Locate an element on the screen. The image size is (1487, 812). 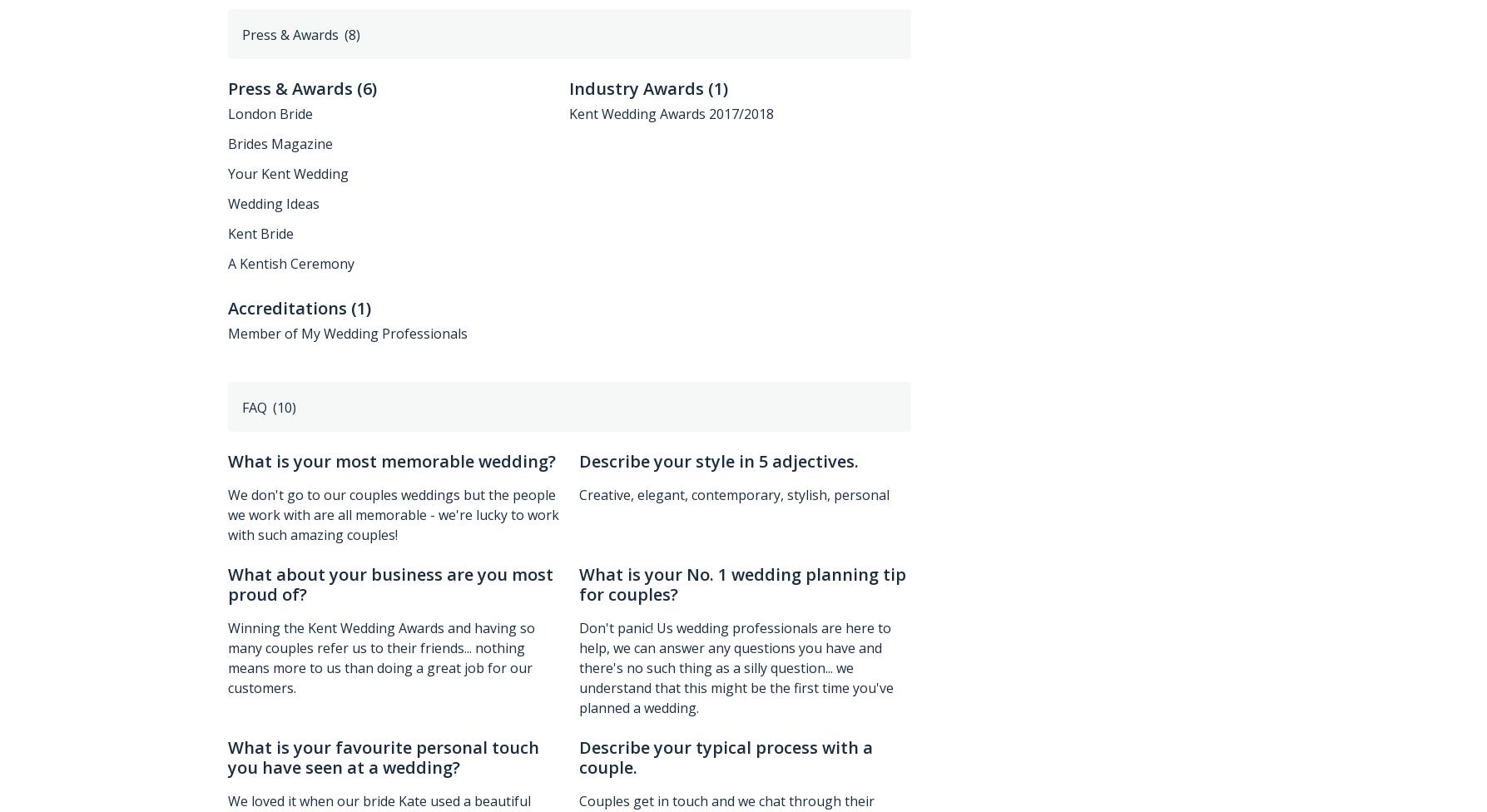
'Member of My Wedding Professionals' is located at coordinates (347, 333).